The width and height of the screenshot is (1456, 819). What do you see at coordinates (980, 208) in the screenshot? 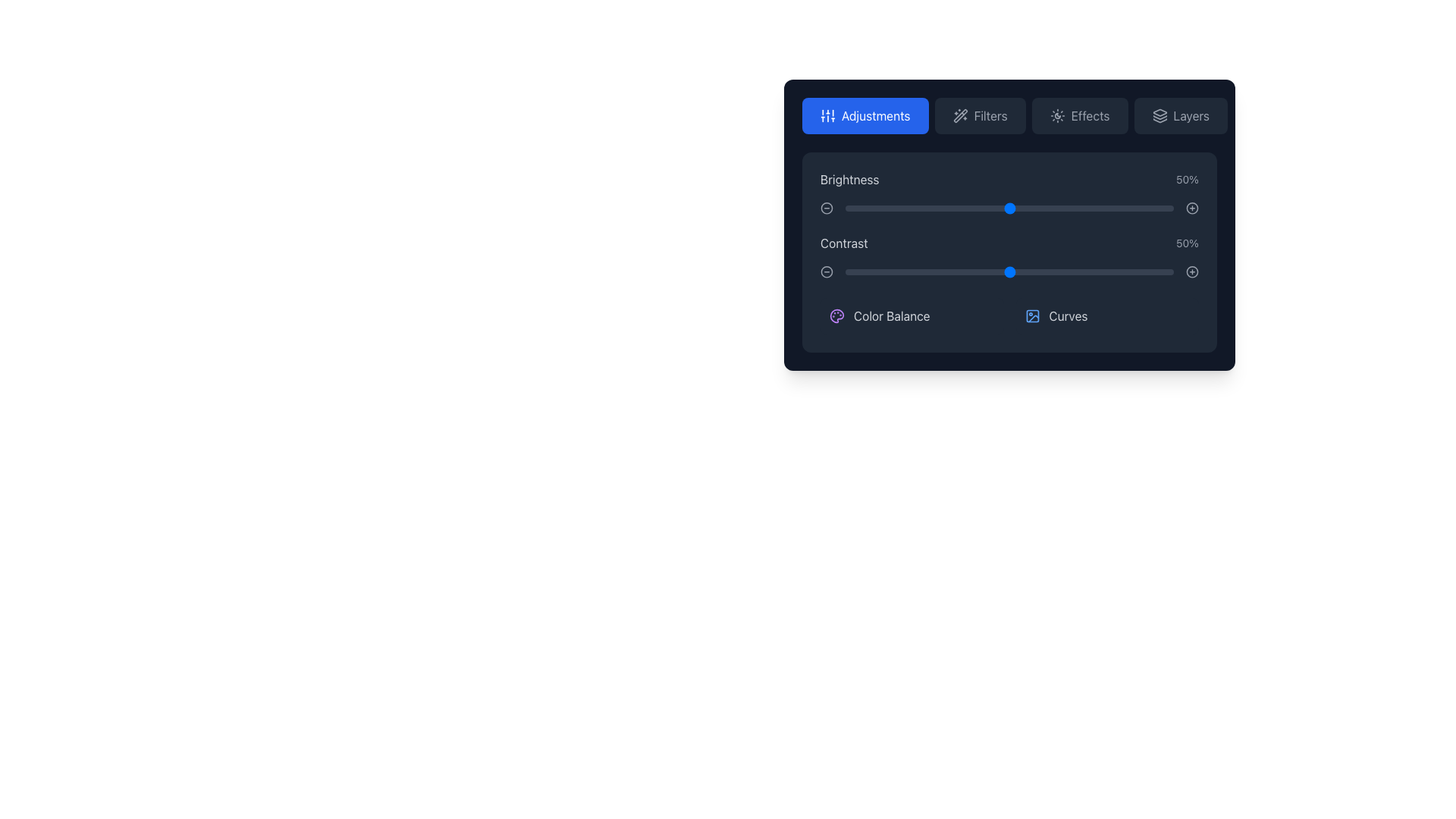
I see `brightness` at bounding box center [980, 208].